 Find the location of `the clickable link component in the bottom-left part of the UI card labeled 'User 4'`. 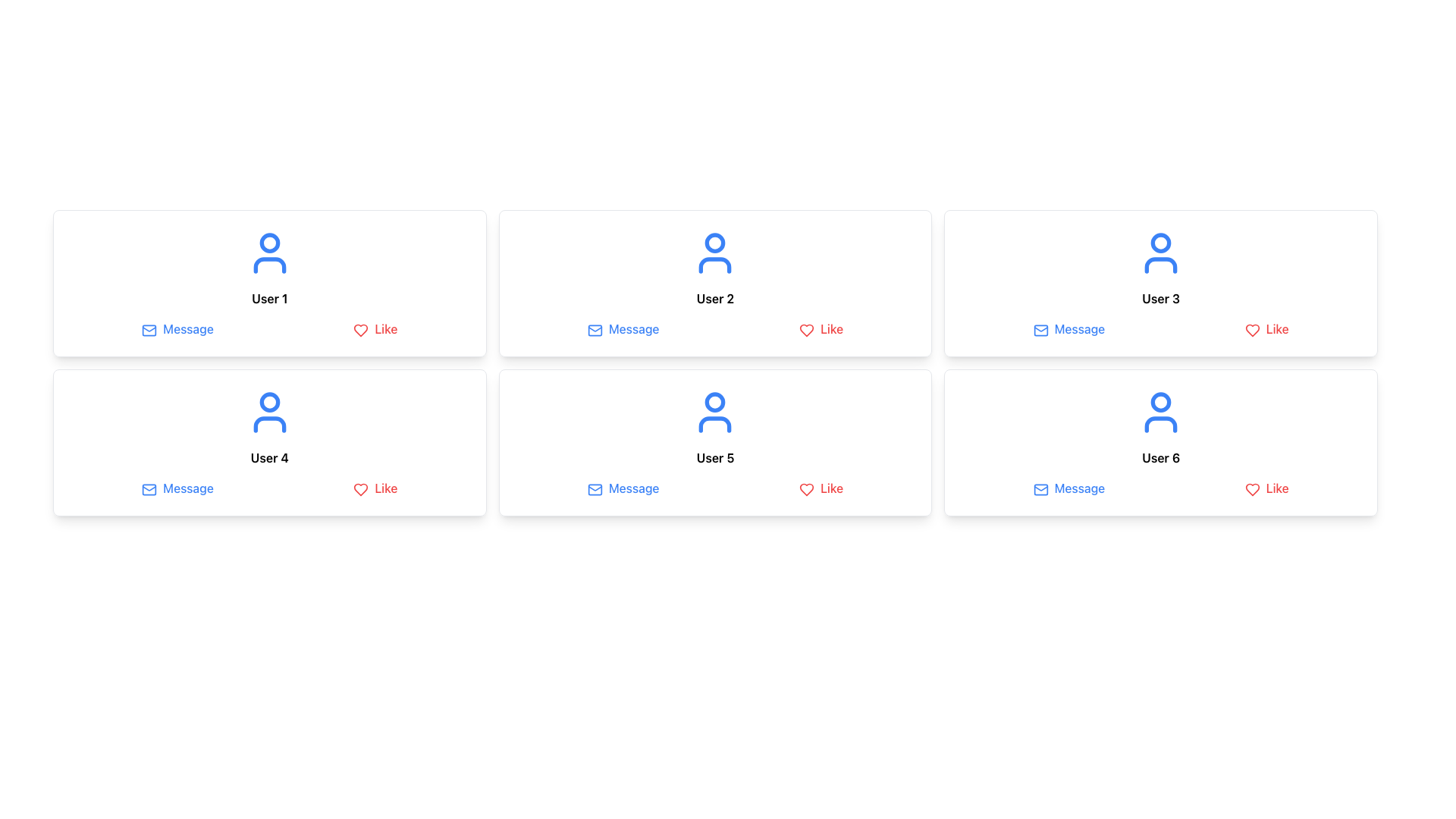

the clickable link component in the bottom-left part of the UI card labeled 'User 4' is located at coordinates (177, 488).